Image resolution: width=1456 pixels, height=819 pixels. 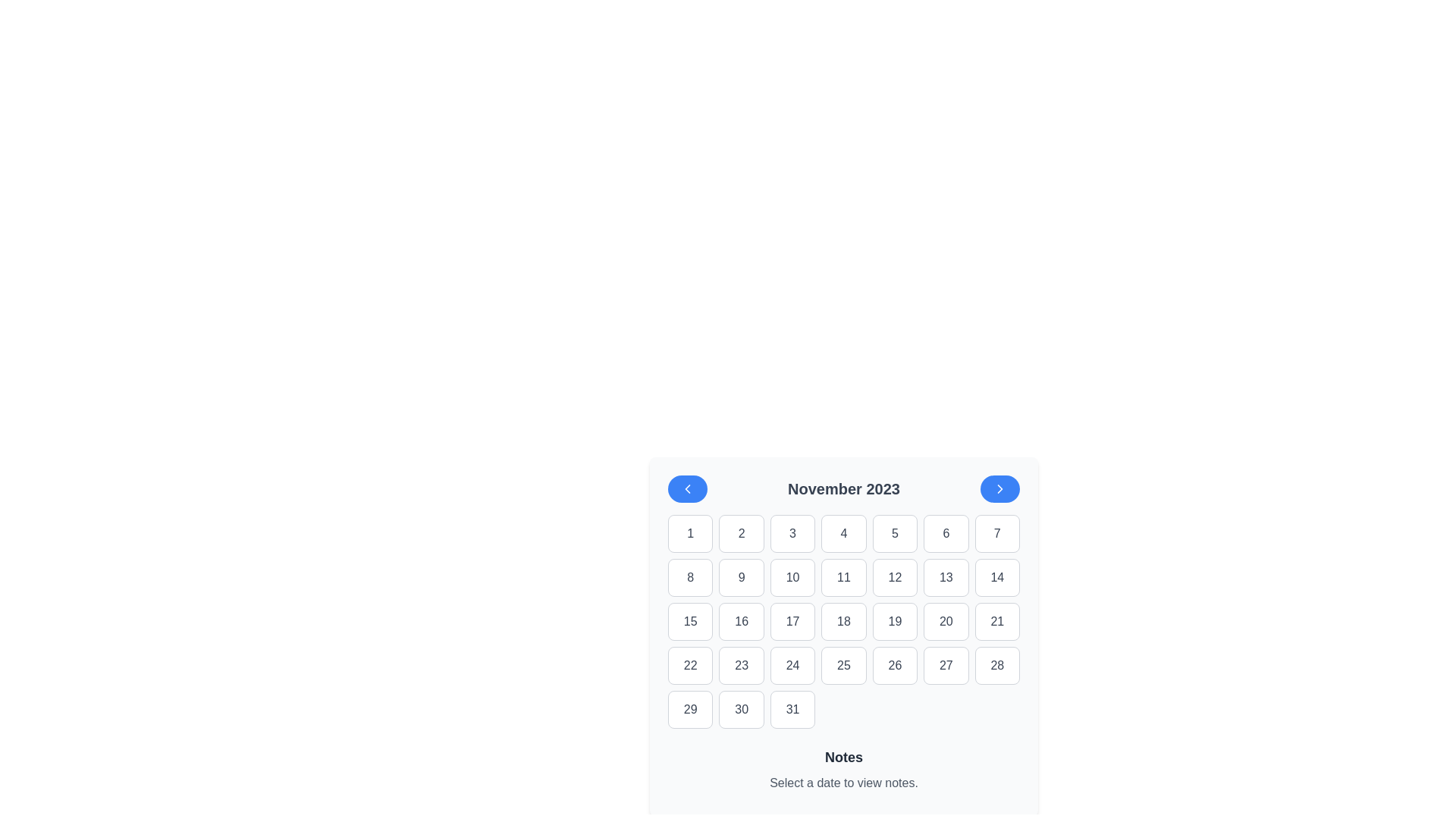 I want to click on the button labeled '14' which is a rounded rectangle with a white background and gray border, located in the second row and seventh column of a calendar grid, so click(x=997, y=578).